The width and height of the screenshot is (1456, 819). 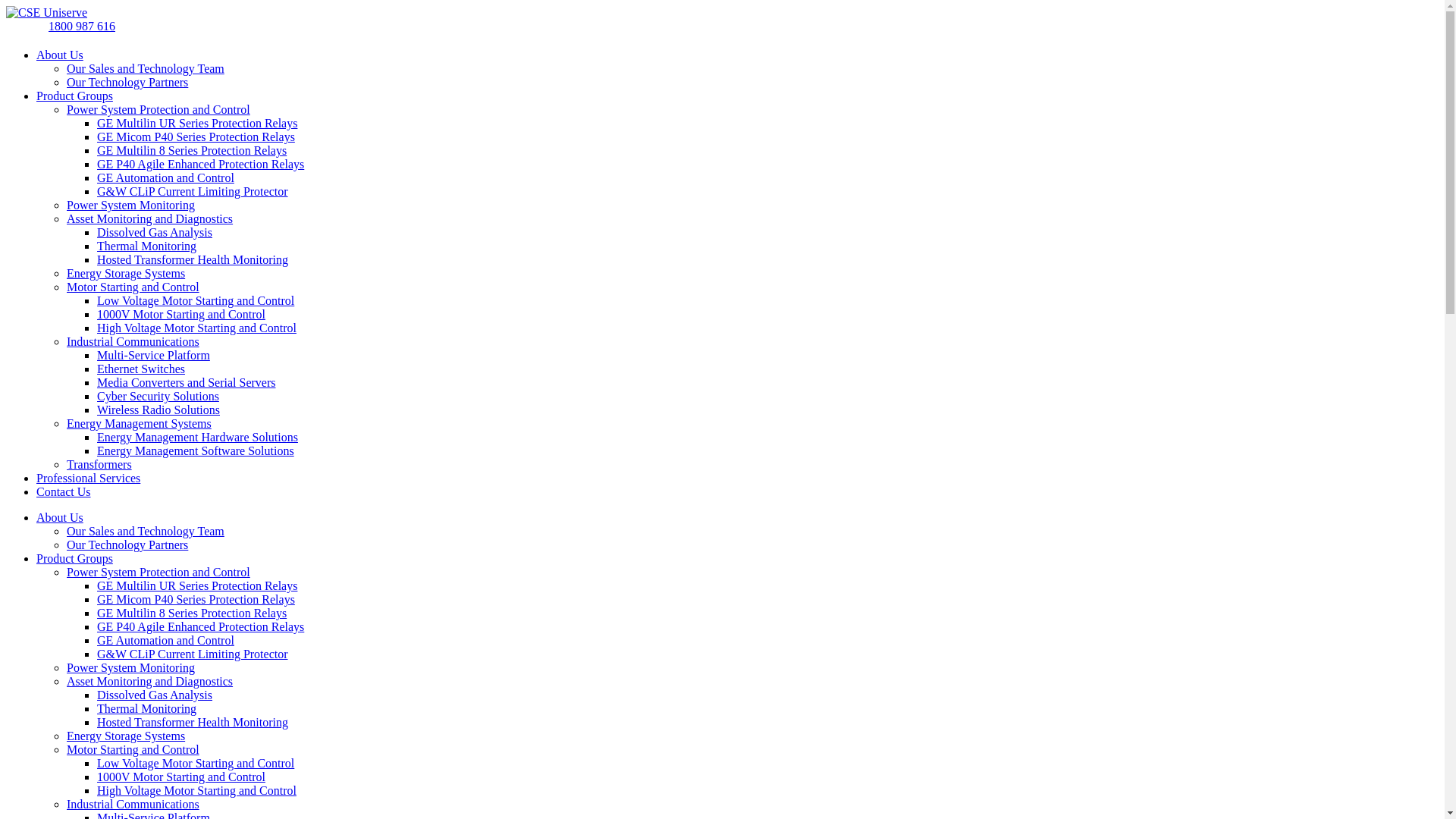 I want to click on 'Ethernet Switches', so click(x=141, y=369).